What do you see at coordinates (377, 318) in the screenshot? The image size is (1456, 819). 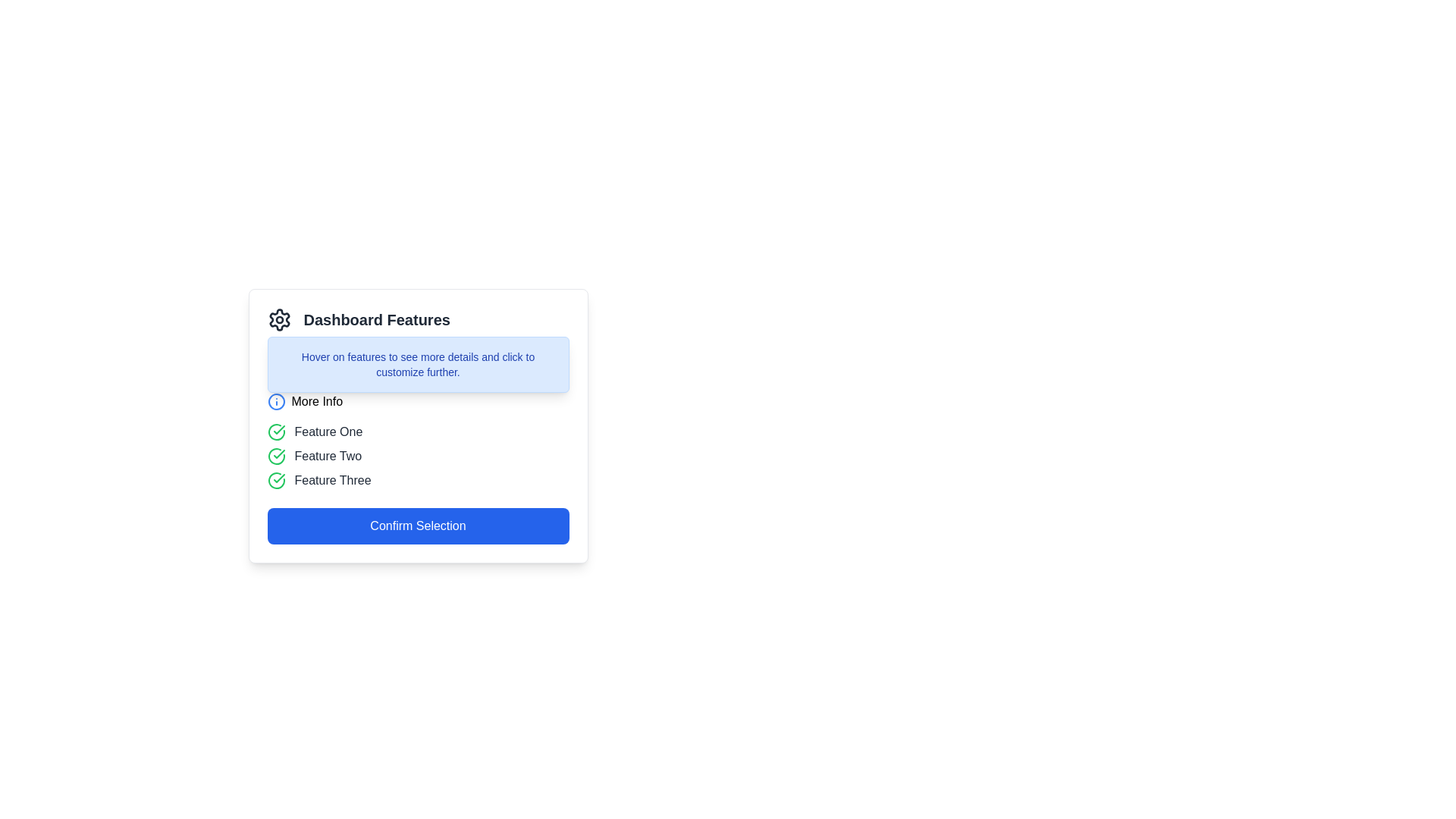 I see `the text label that serves as a title or header, located to the right of an icon` at bounding box center [377, 318].